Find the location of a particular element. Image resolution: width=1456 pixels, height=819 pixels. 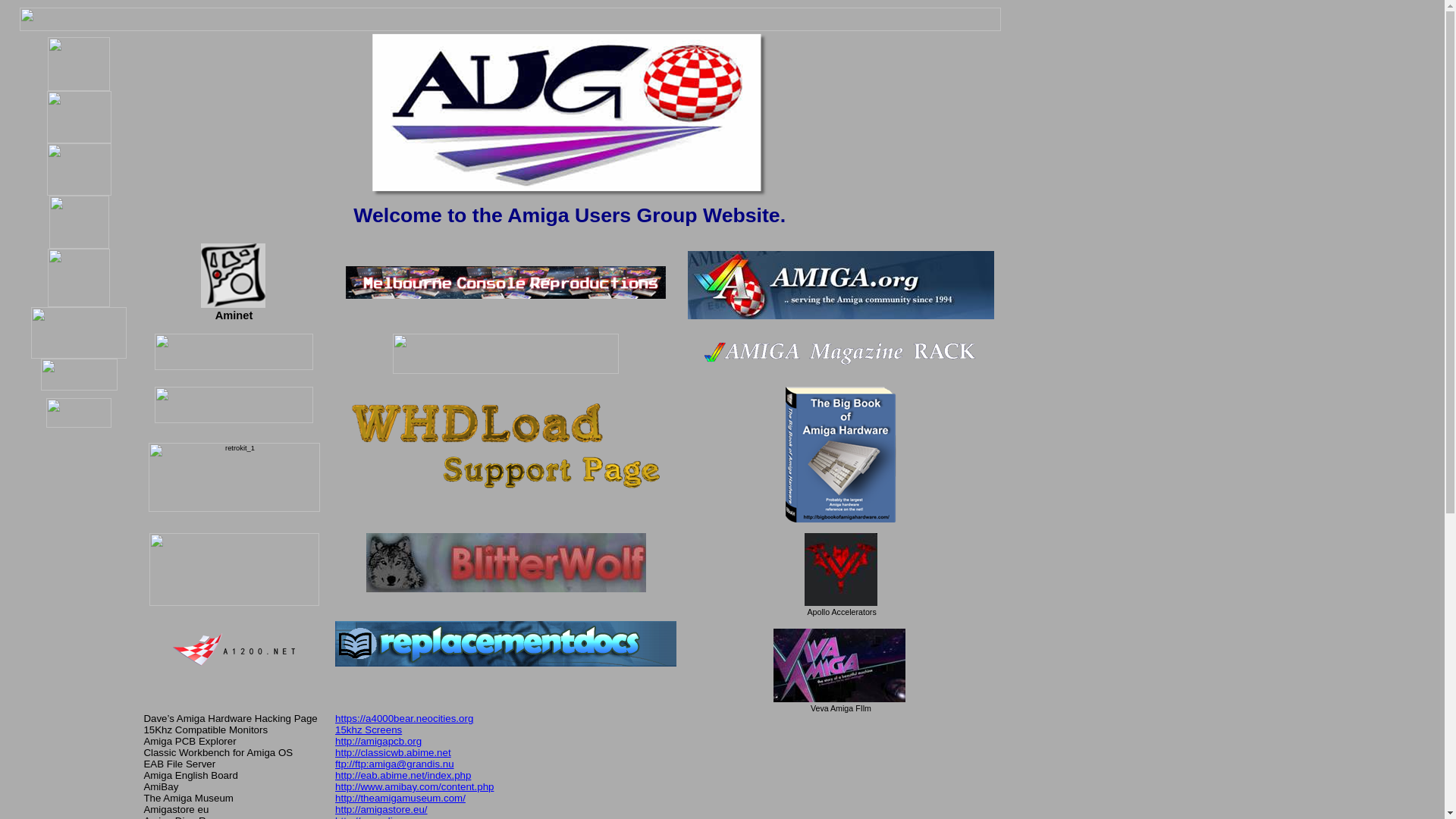

'http://eab.abime.net/index.php' is located at coordinates (403, 775).